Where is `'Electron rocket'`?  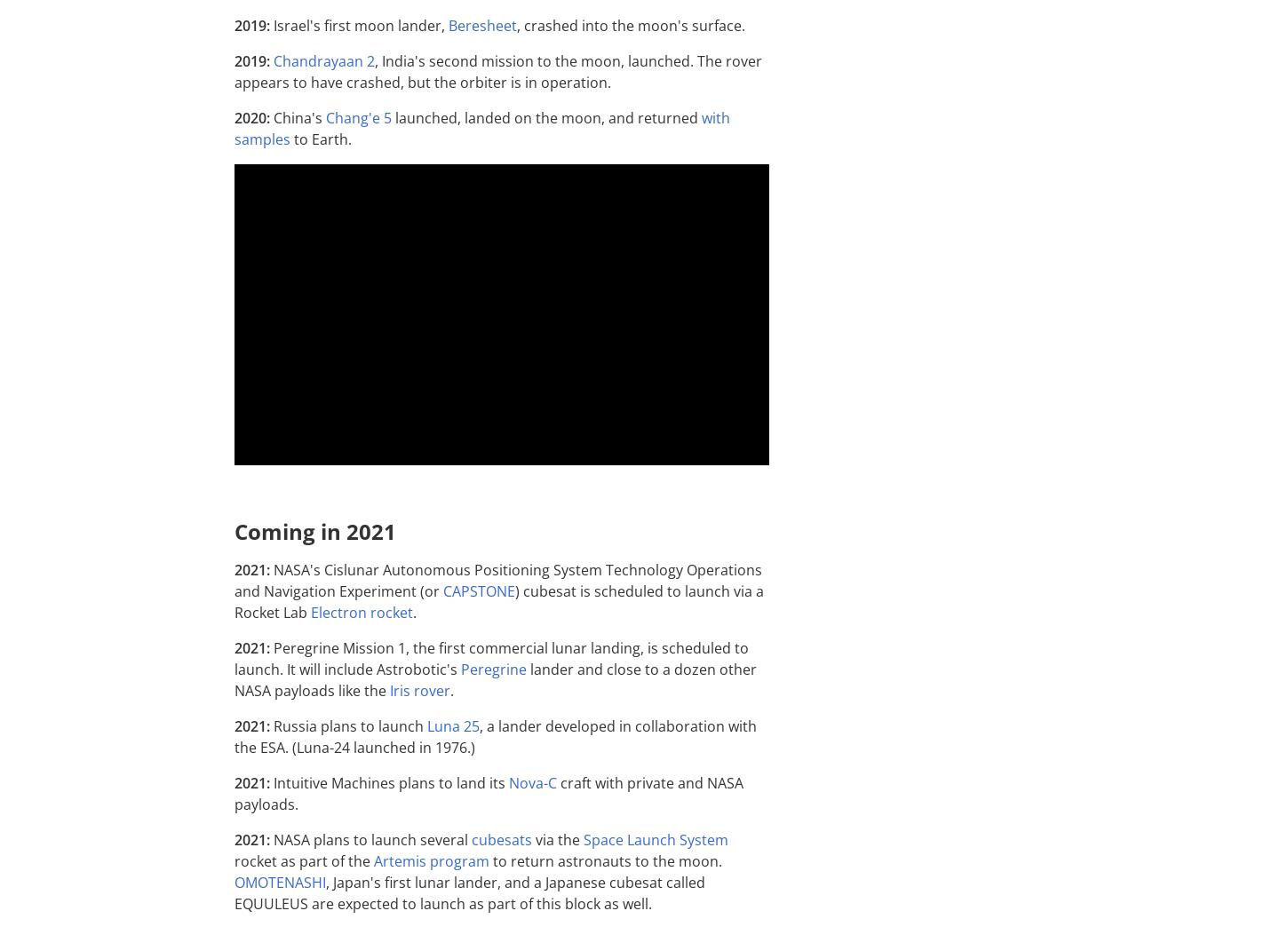
'Electron rocket' is located at coordinates (361, 611).